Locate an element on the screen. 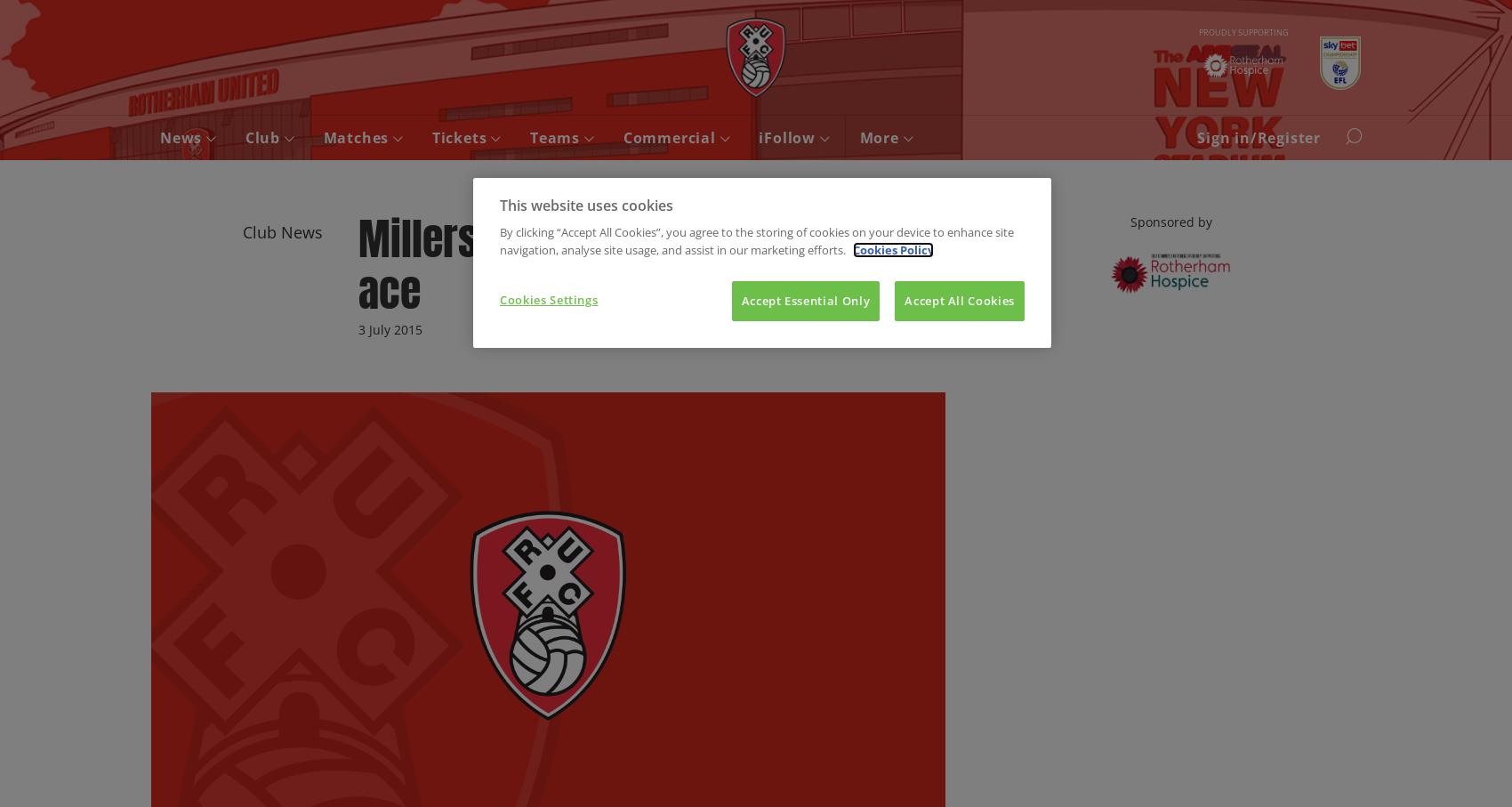 Image resolution: width=1512 pixels, height=807 pixels. 'Proudly supporting' is located at coordinates (1242, 30).